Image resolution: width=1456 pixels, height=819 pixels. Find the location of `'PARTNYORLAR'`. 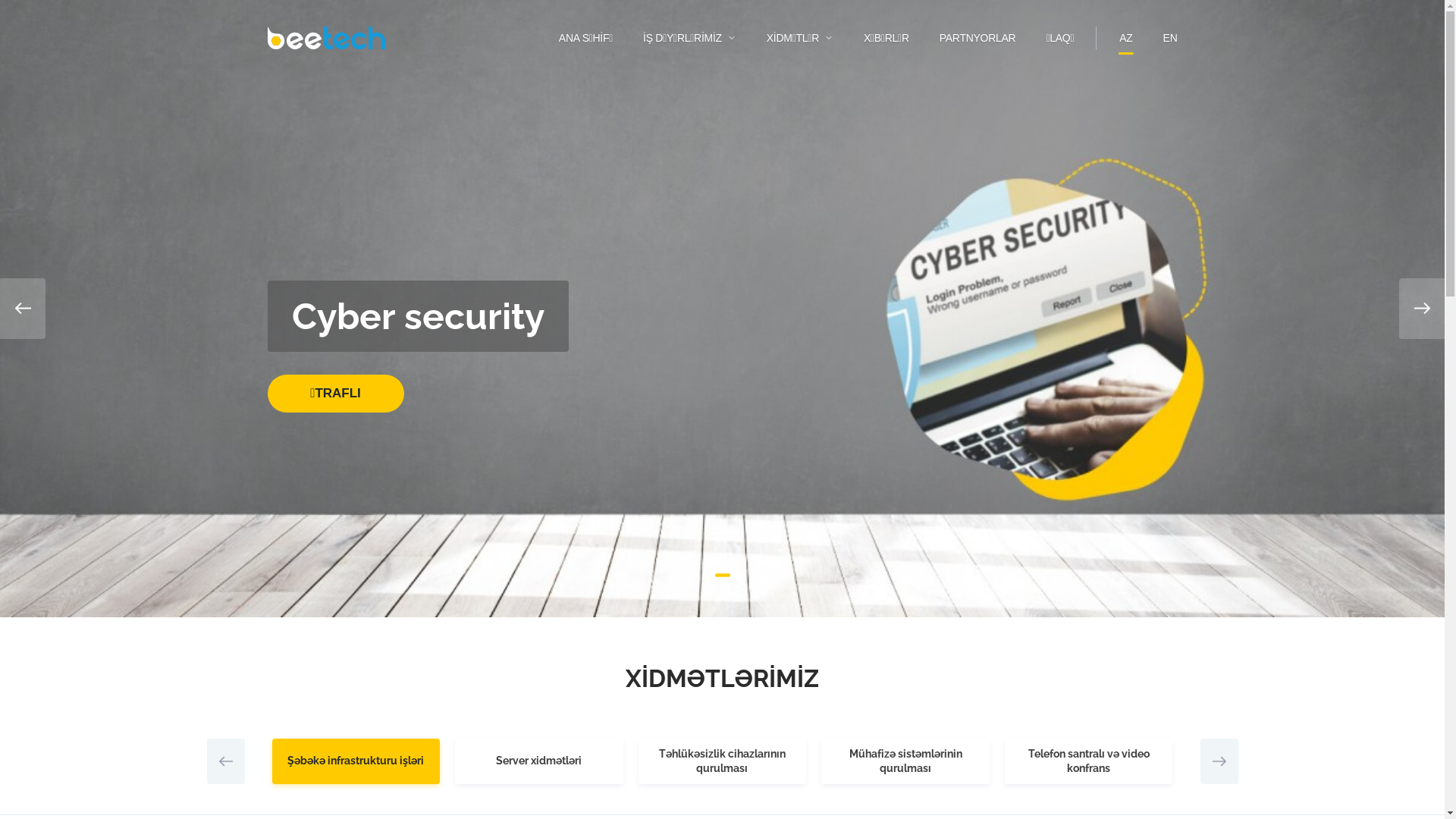

'PARTNYORLAR' is located at coordinates (977, 37).